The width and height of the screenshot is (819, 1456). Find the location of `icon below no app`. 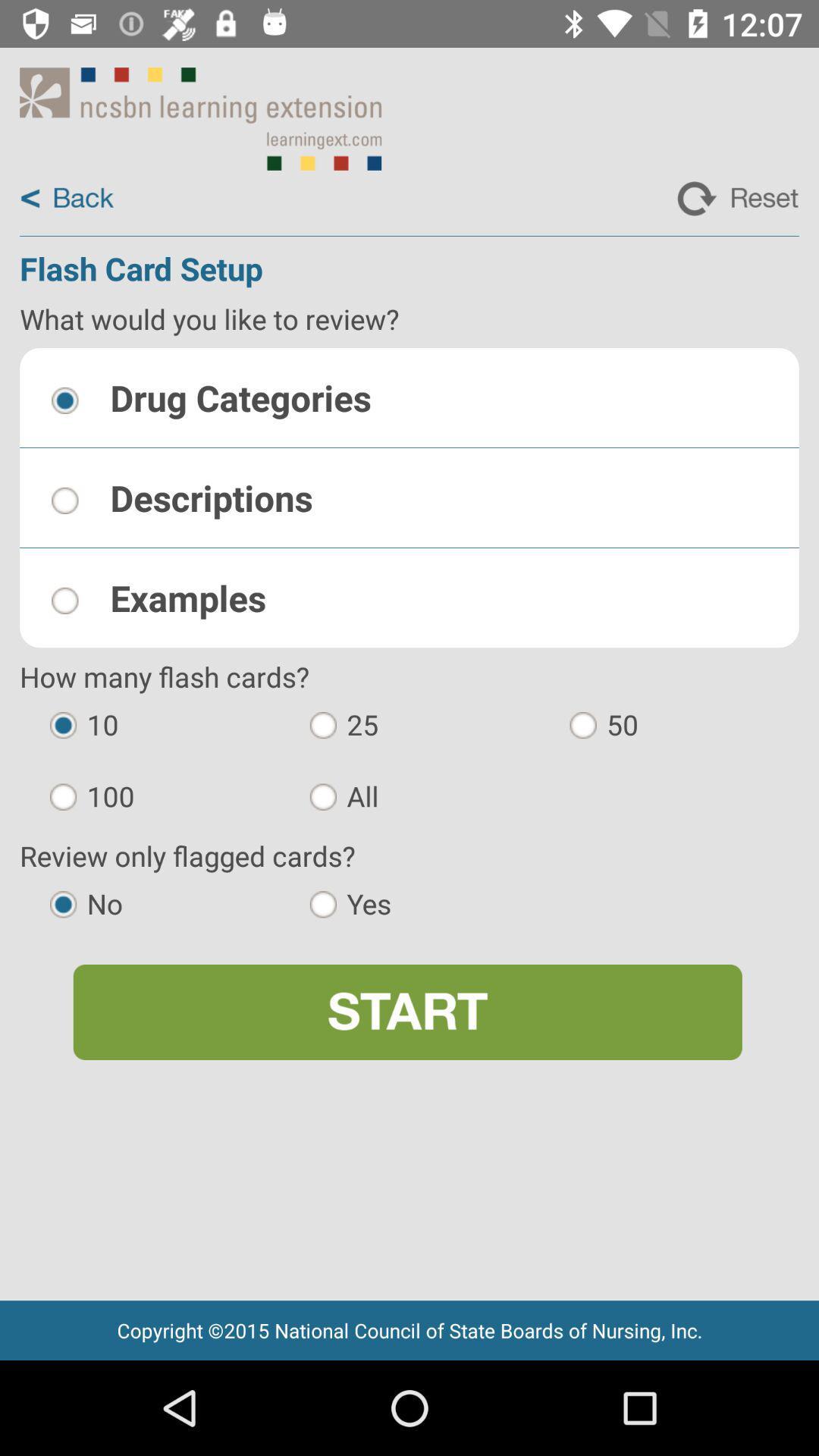

icon below no app is located at coordinates (406, 1012).